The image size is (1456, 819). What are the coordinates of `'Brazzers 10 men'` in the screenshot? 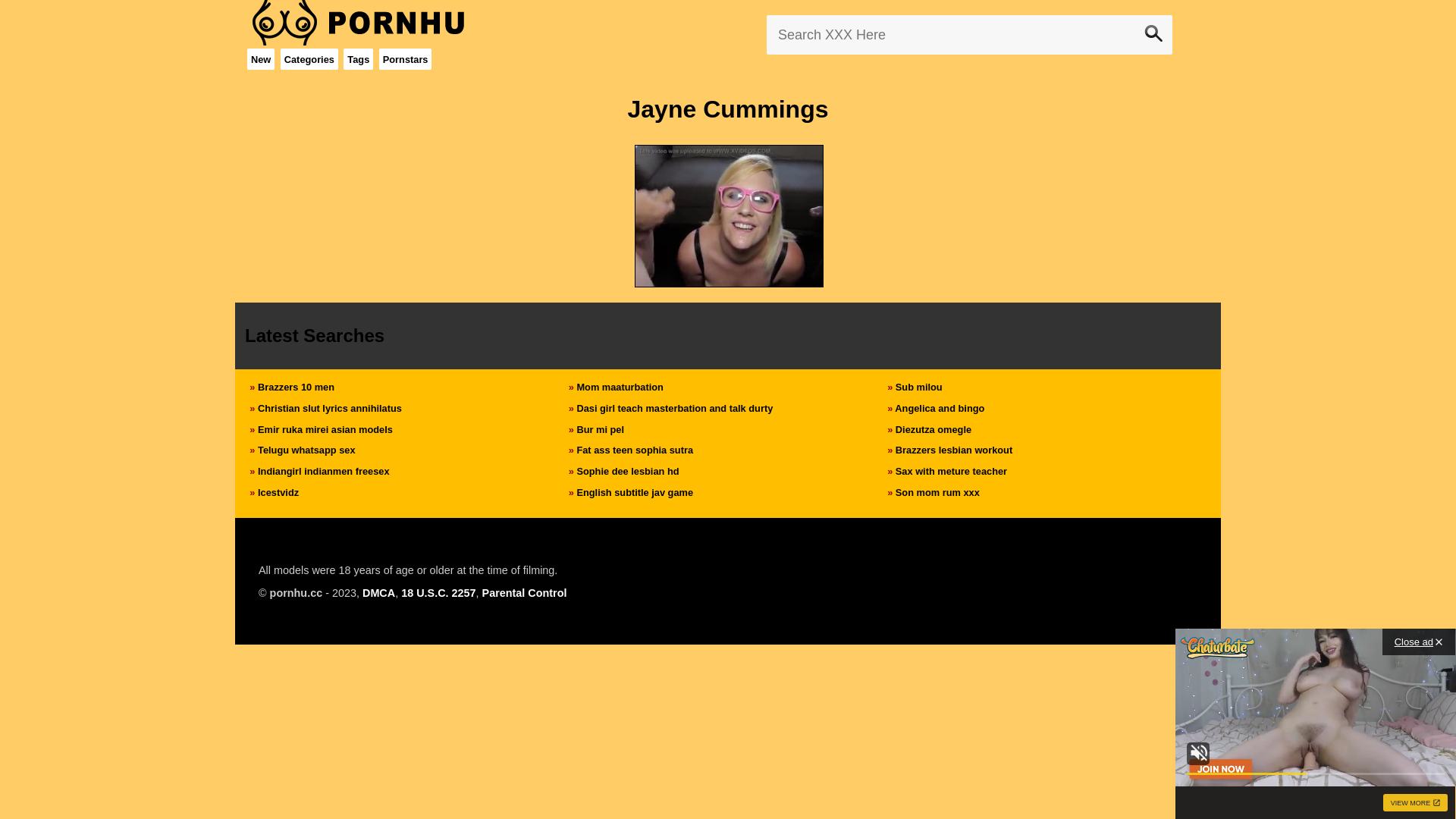 It's located at (296, 386).